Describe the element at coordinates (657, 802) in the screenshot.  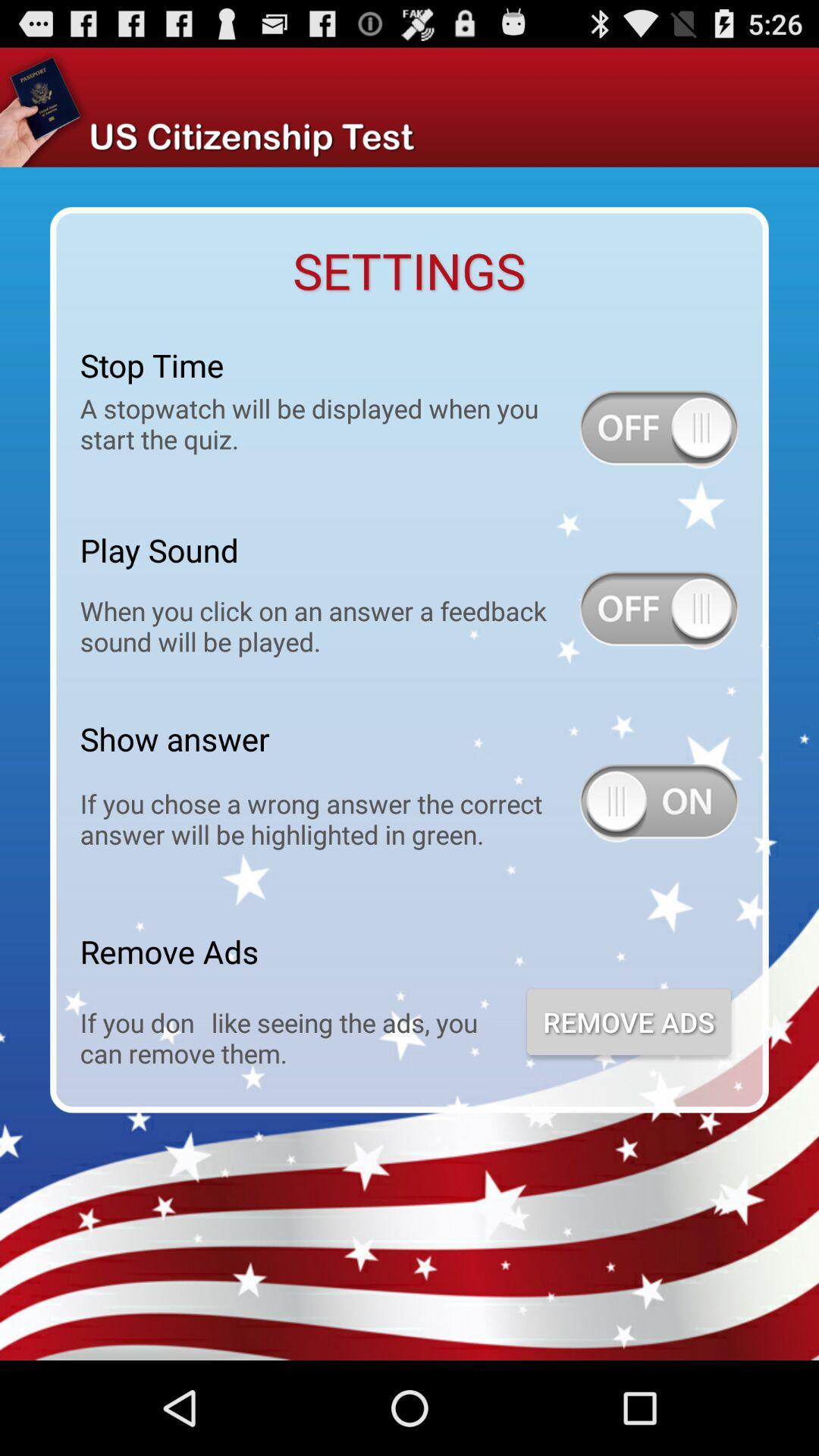
I see `third switch button in settings` at that location.